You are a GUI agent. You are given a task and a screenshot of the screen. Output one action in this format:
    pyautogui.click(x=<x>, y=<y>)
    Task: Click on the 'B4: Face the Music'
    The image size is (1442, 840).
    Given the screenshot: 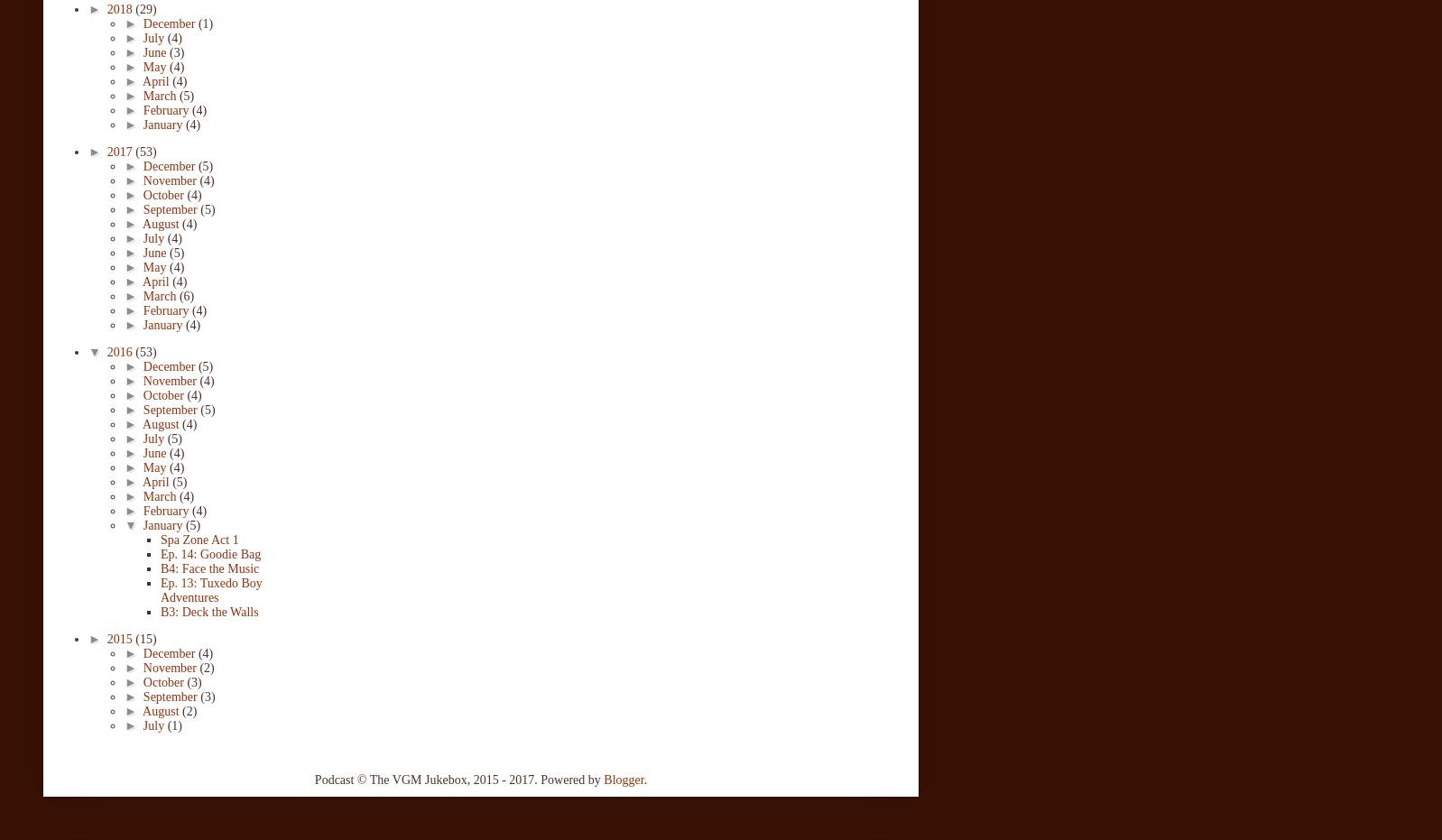 What is the action you would take?
    pyautogui.click(x=208, y=568)
    